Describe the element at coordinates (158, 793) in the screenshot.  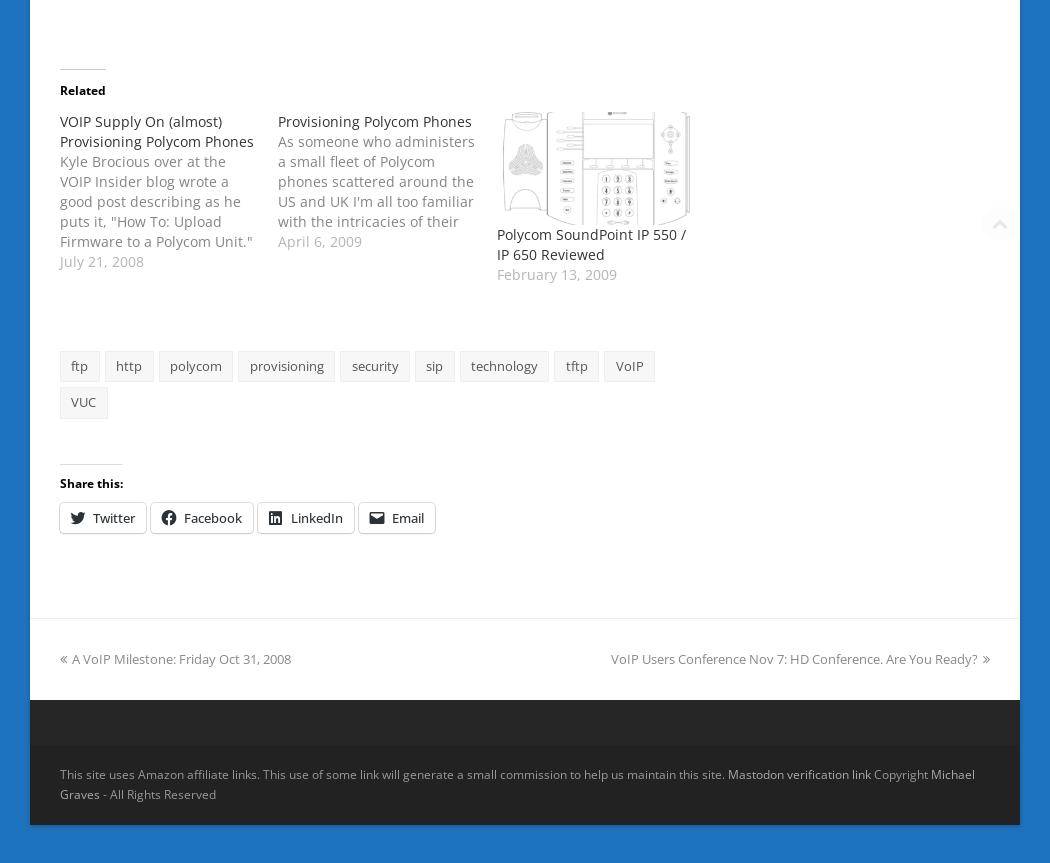
I see `'- All Rights Reserved'` at that location.